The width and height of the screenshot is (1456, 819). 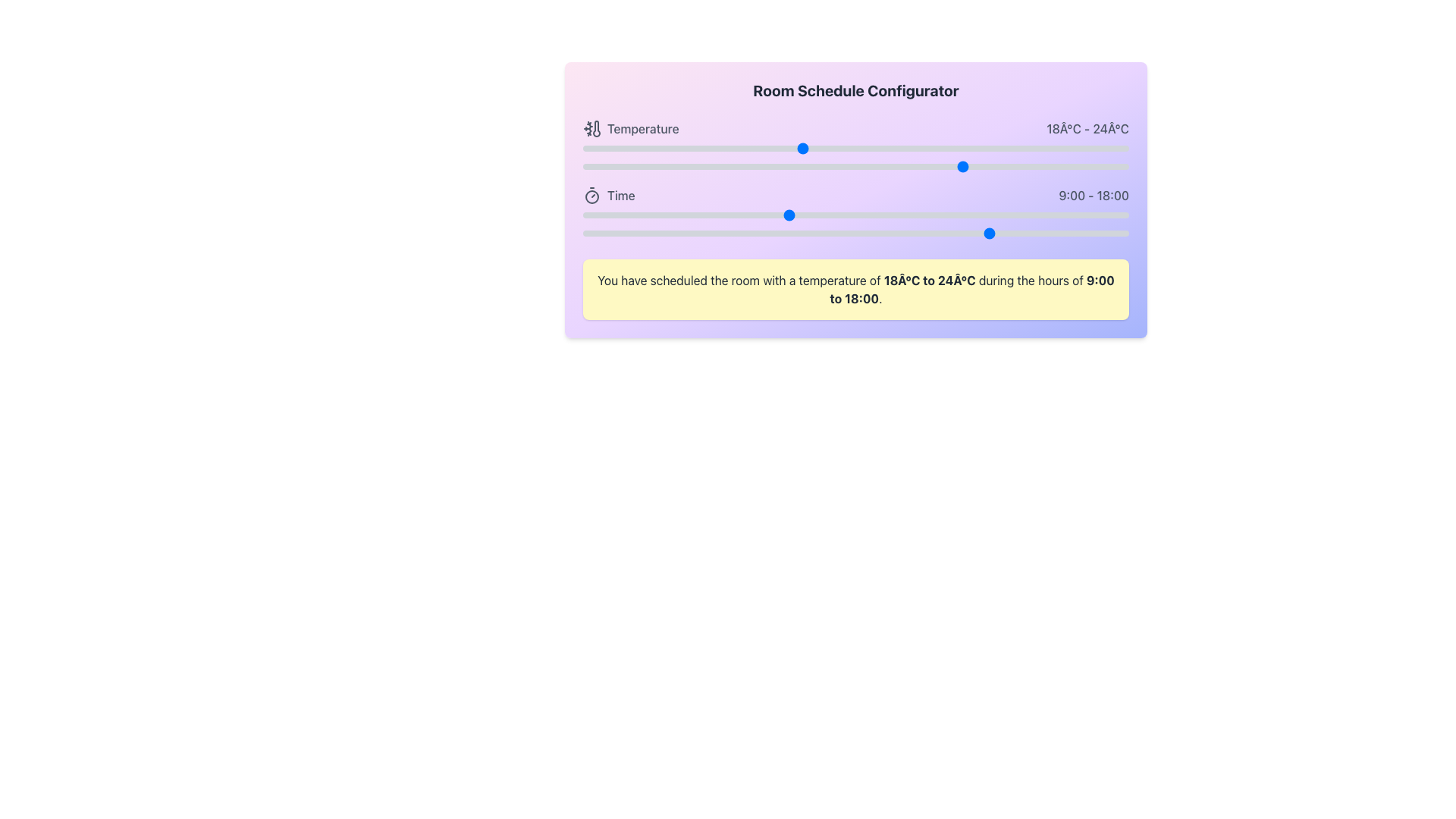 I want to click on the slider, so click(x=691, y=146).